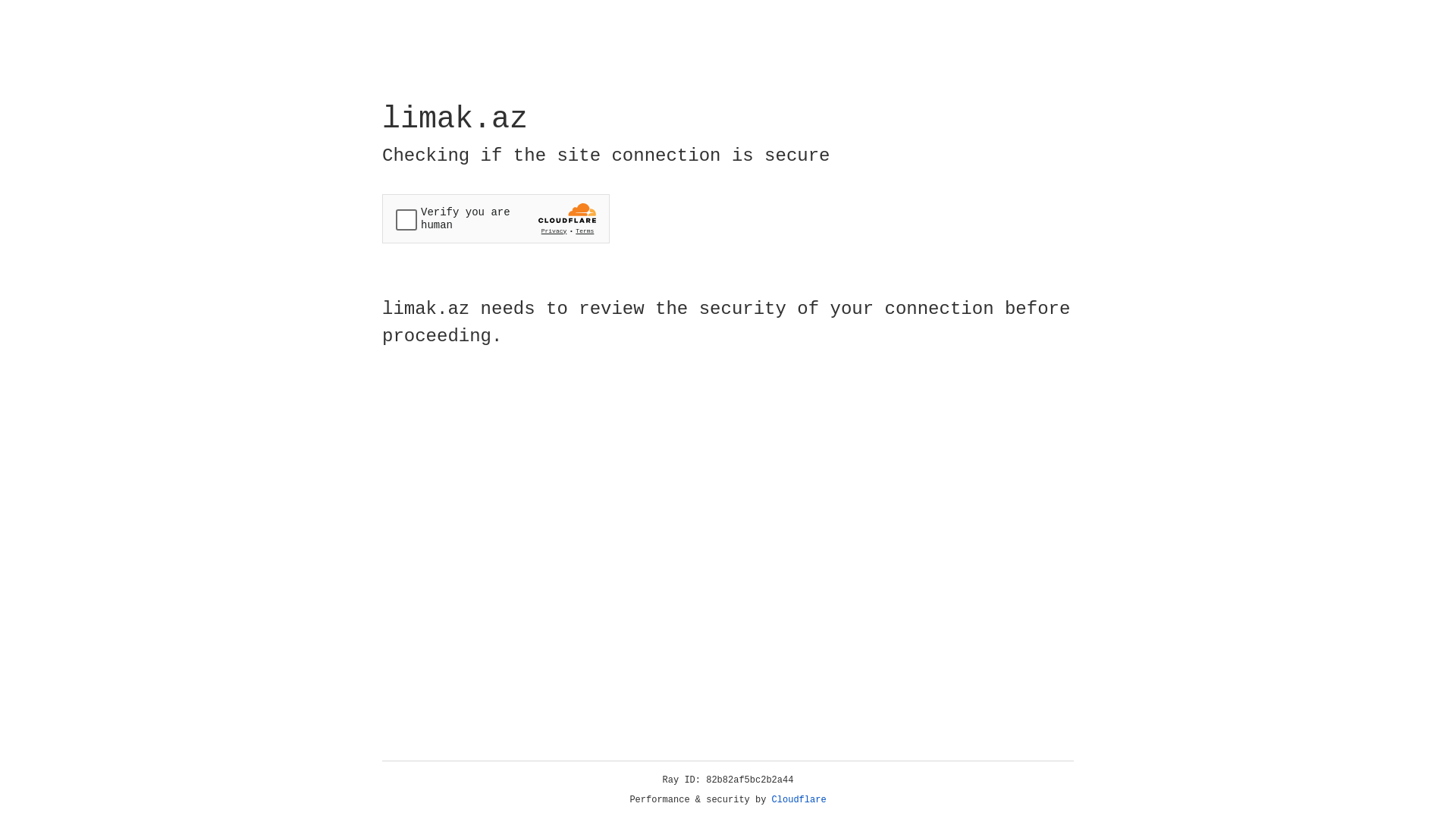  Describe the element at coordinates (495, 218) in the screenshot. I see `'Widget containing a Cloudflare security challenge'` at that location.